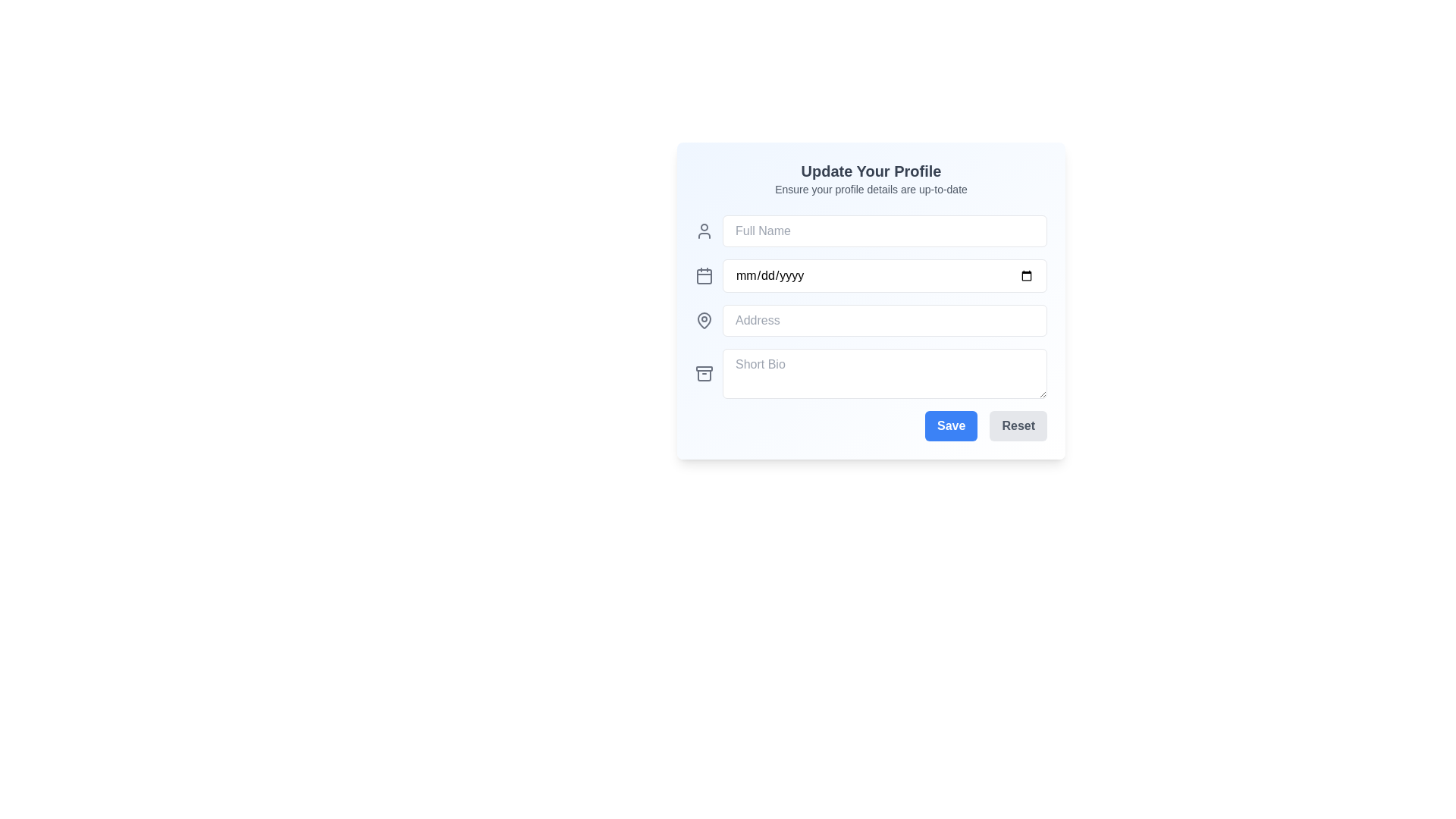 The width and height of the screenshot is (1456, 819). What do you see at coordinates (704, 277) in the screenshot?
I see `the calendar icon element, which is a rectangular shape with rounded corners located to the left of the date input field containing the placeholder text 'mm/dd/yyyy'` at bounding box center [704, 277].